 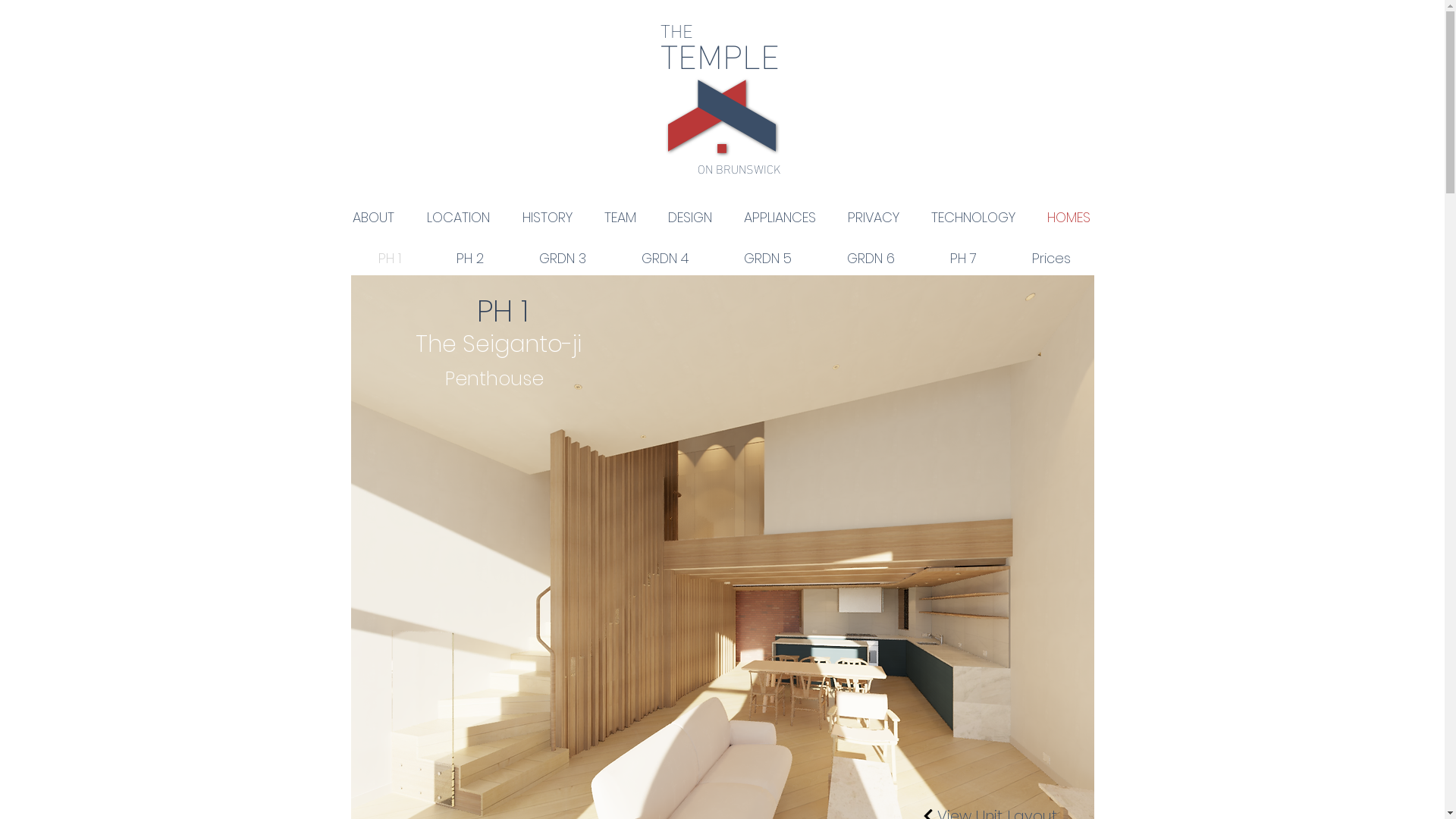 What do you see at coordinates (689, 217) in the screenshot?
I see `'DESIGN'` at bounding box center [689, 217].